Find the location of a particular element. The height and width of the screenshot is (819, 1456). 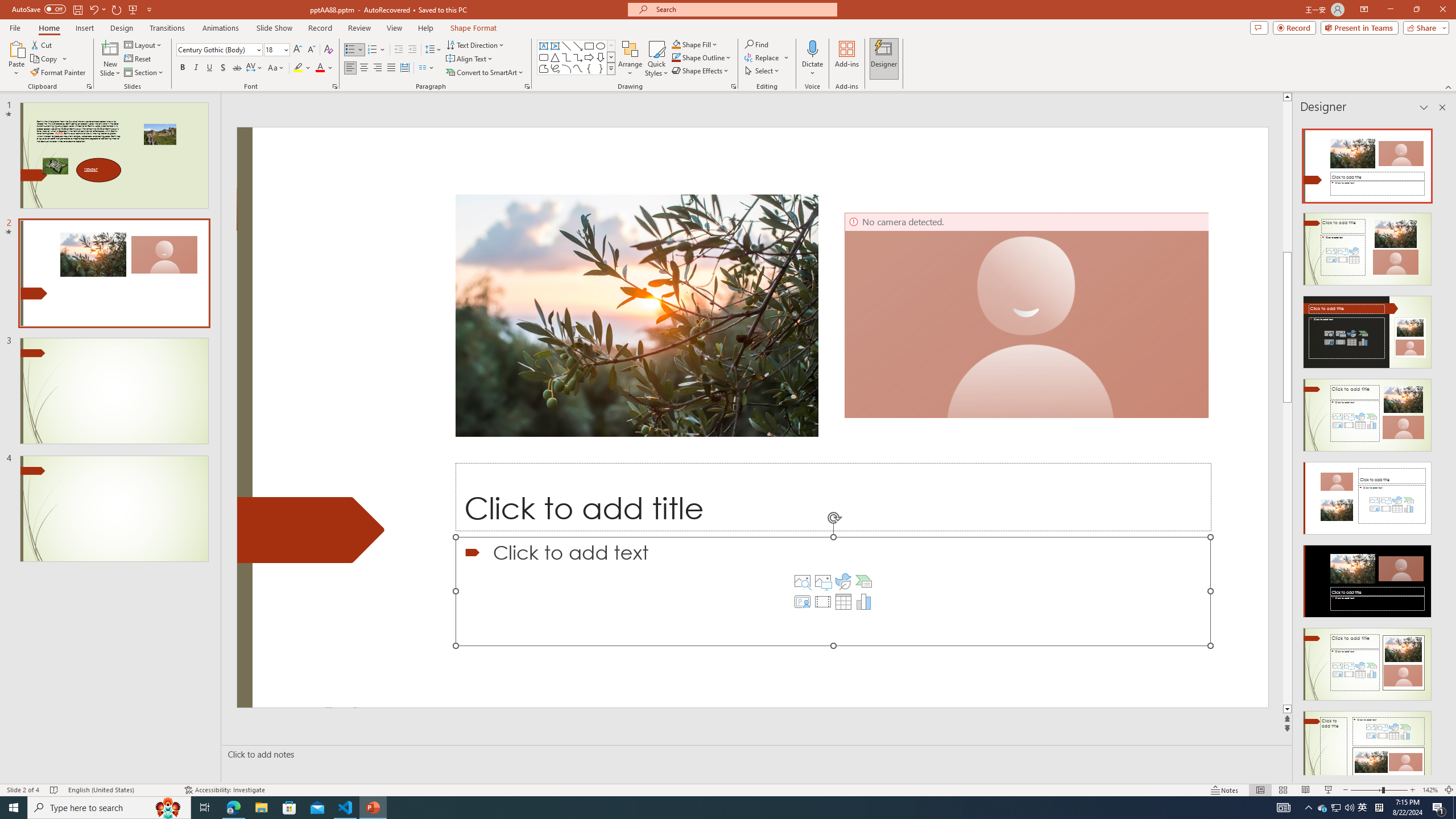

'Bold' is located at coordinates (183, 67).